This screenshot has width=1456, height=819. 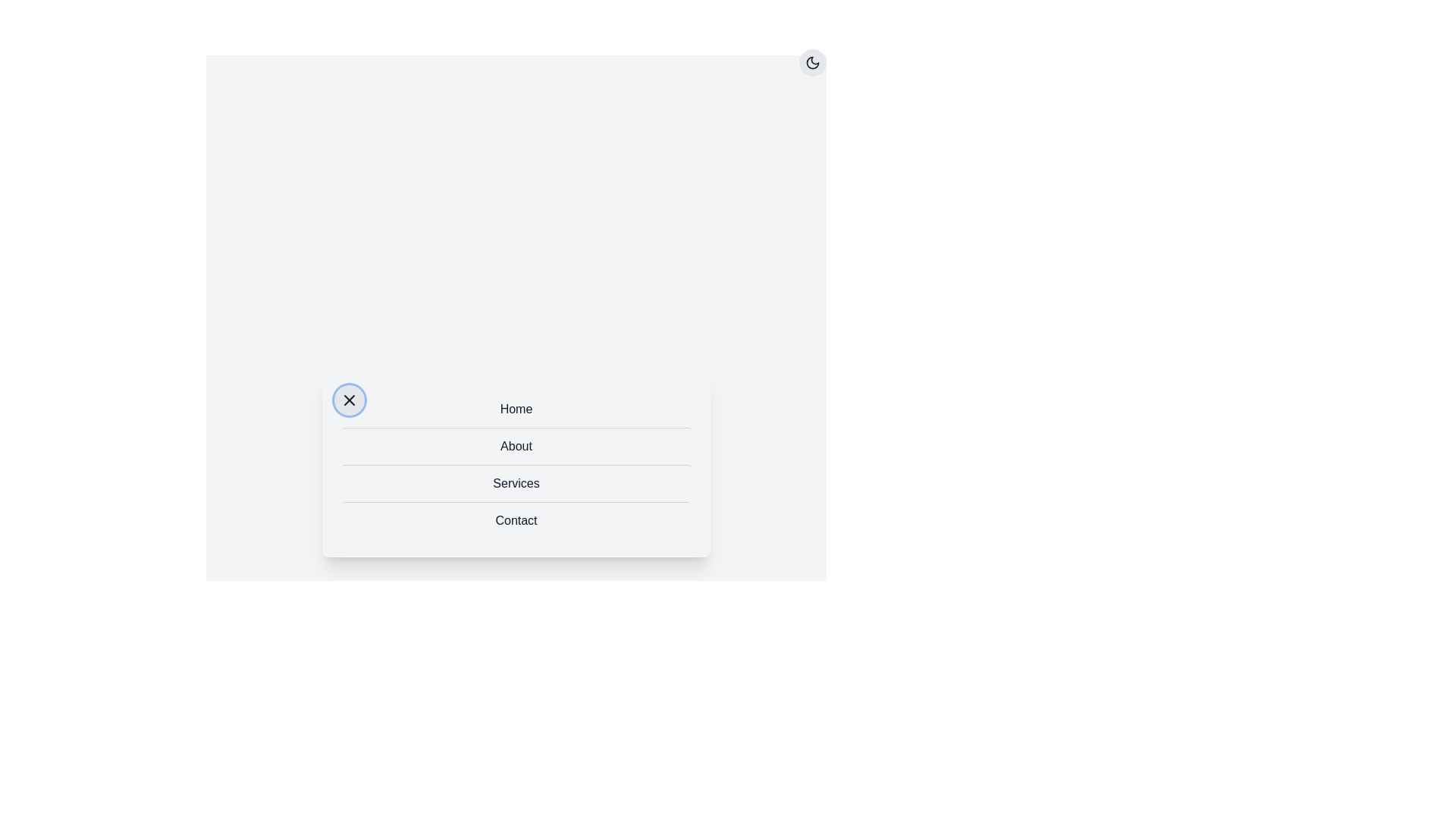 I want to click on the menu item Home, so click(x=516, y=408).